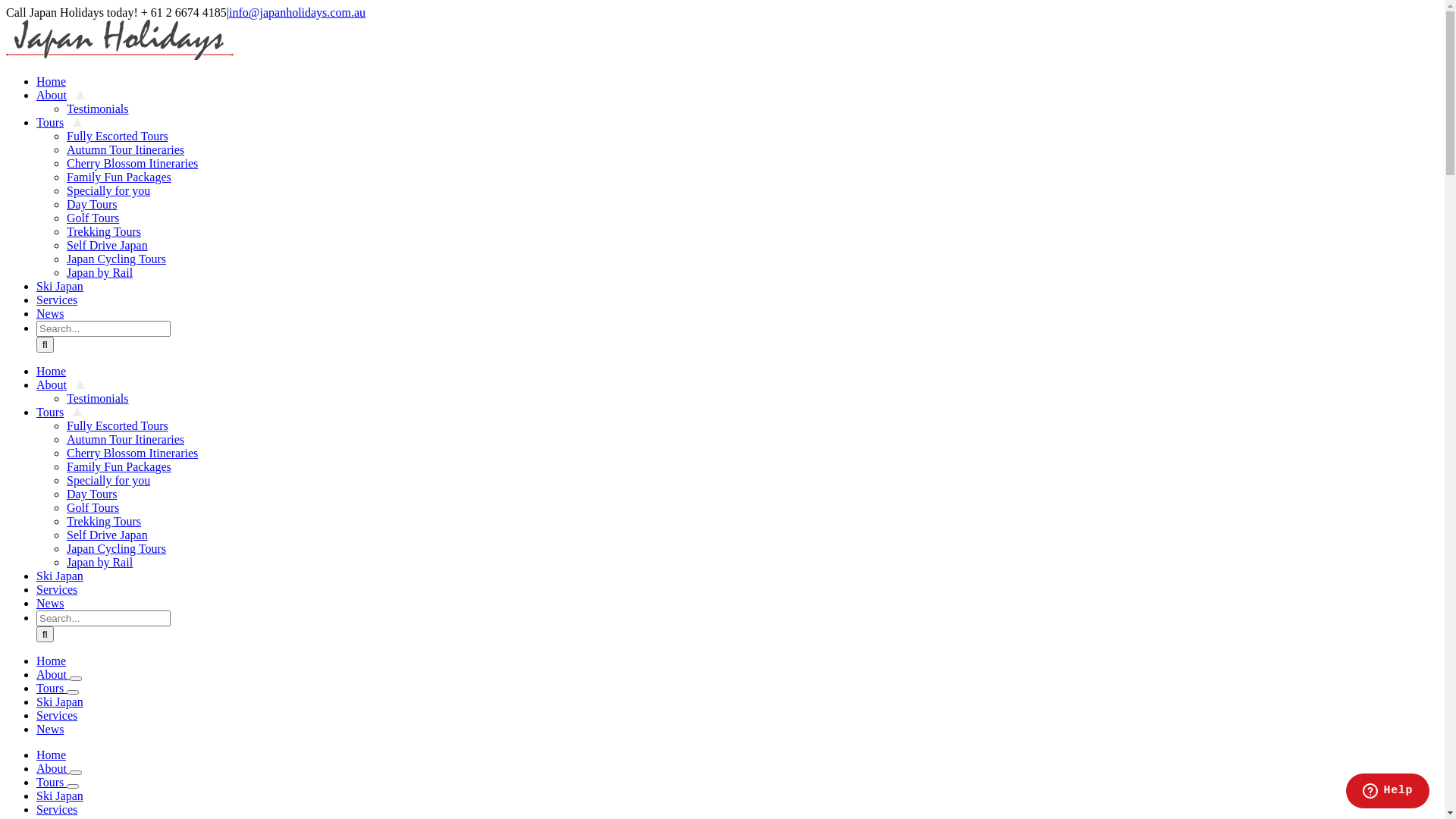 This screenshot has width=1456, height=819. What do you see at coordinates (297, 12) in the screenshot?
I see `'info@japanholidays.com.au'` at bounding box center [297, 12].